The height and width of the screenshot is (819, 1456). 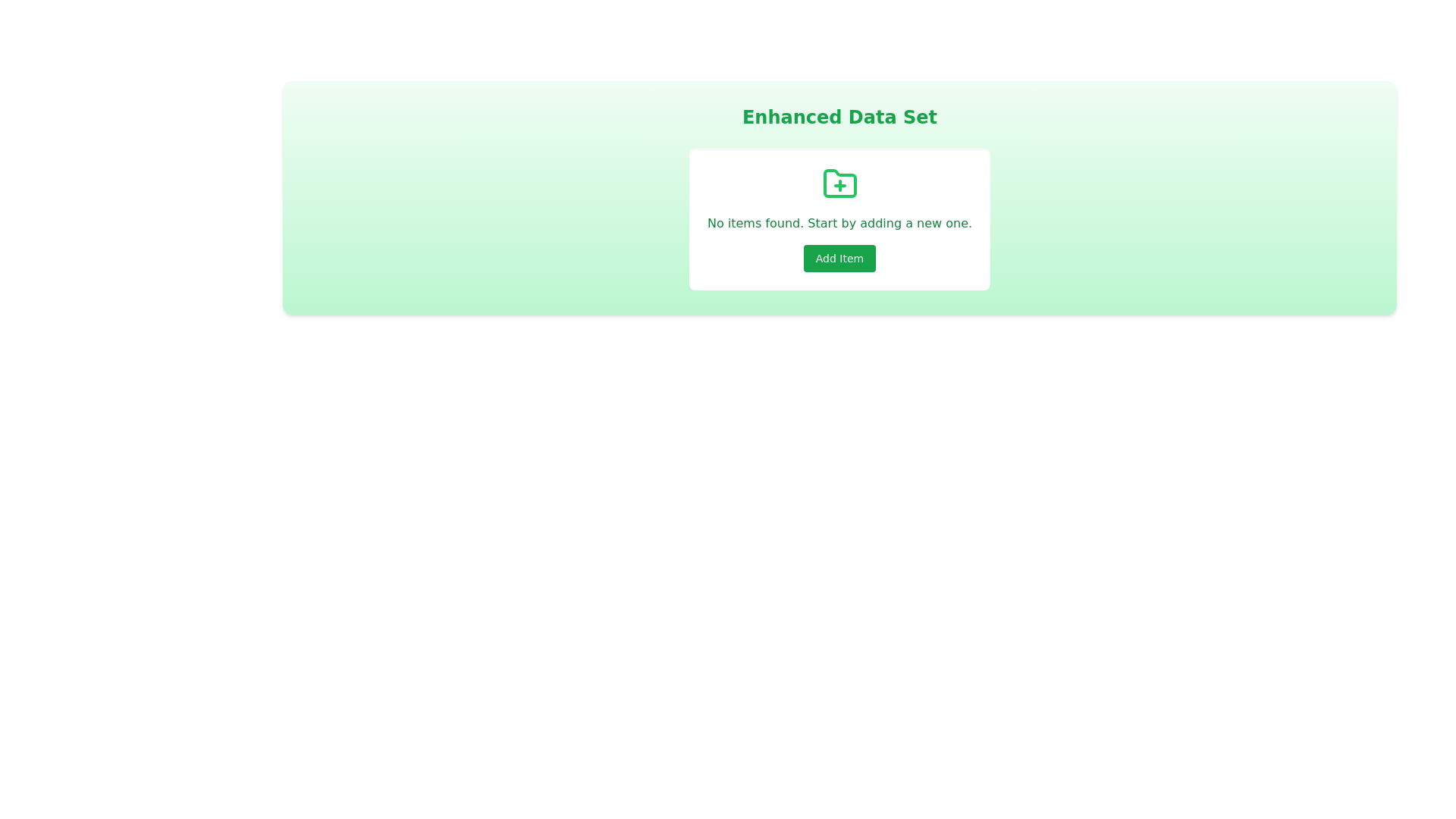 I want to click on the green folder icon with a plus sign in the middle, located above the 'No items found. Start by adding a new one.' text and directly above the 'Add Item' button, so click(x=839, y=184).